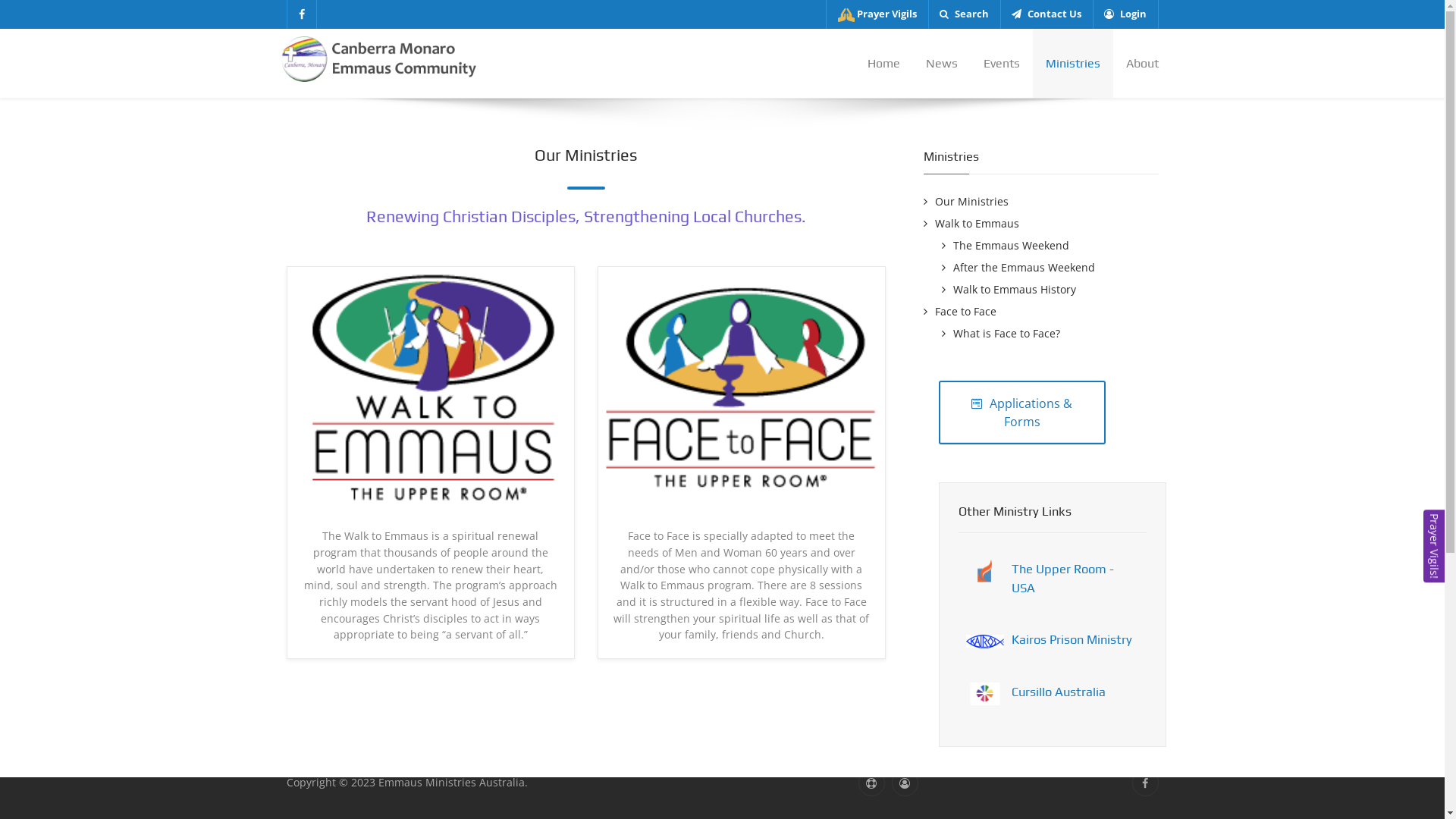 This screenshot has height=819, width=1456. I want to click on 'Prayer Vigils', so click(877, 14).